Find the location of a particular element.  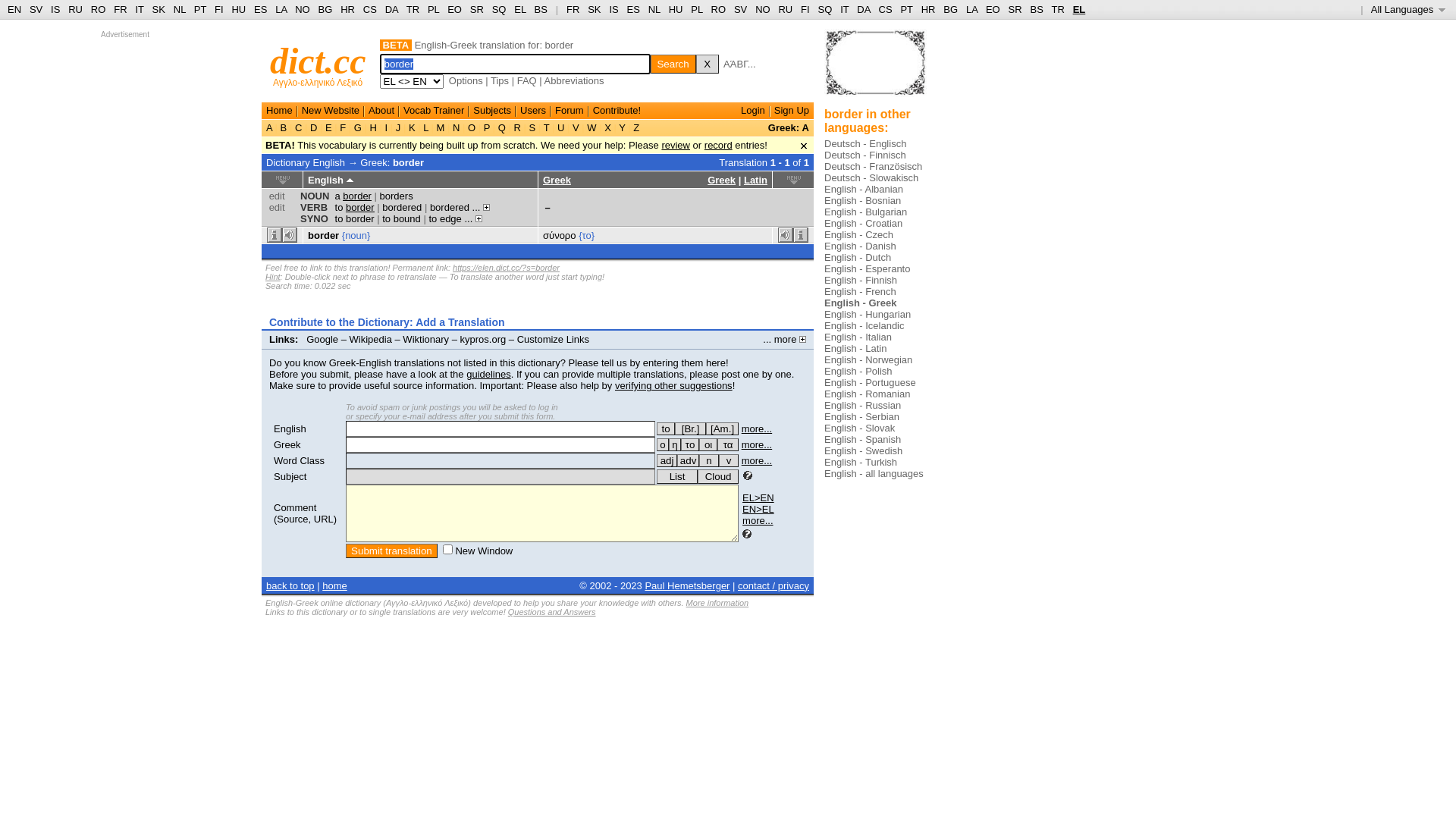

'IT' is located at coordinates (843, 9).